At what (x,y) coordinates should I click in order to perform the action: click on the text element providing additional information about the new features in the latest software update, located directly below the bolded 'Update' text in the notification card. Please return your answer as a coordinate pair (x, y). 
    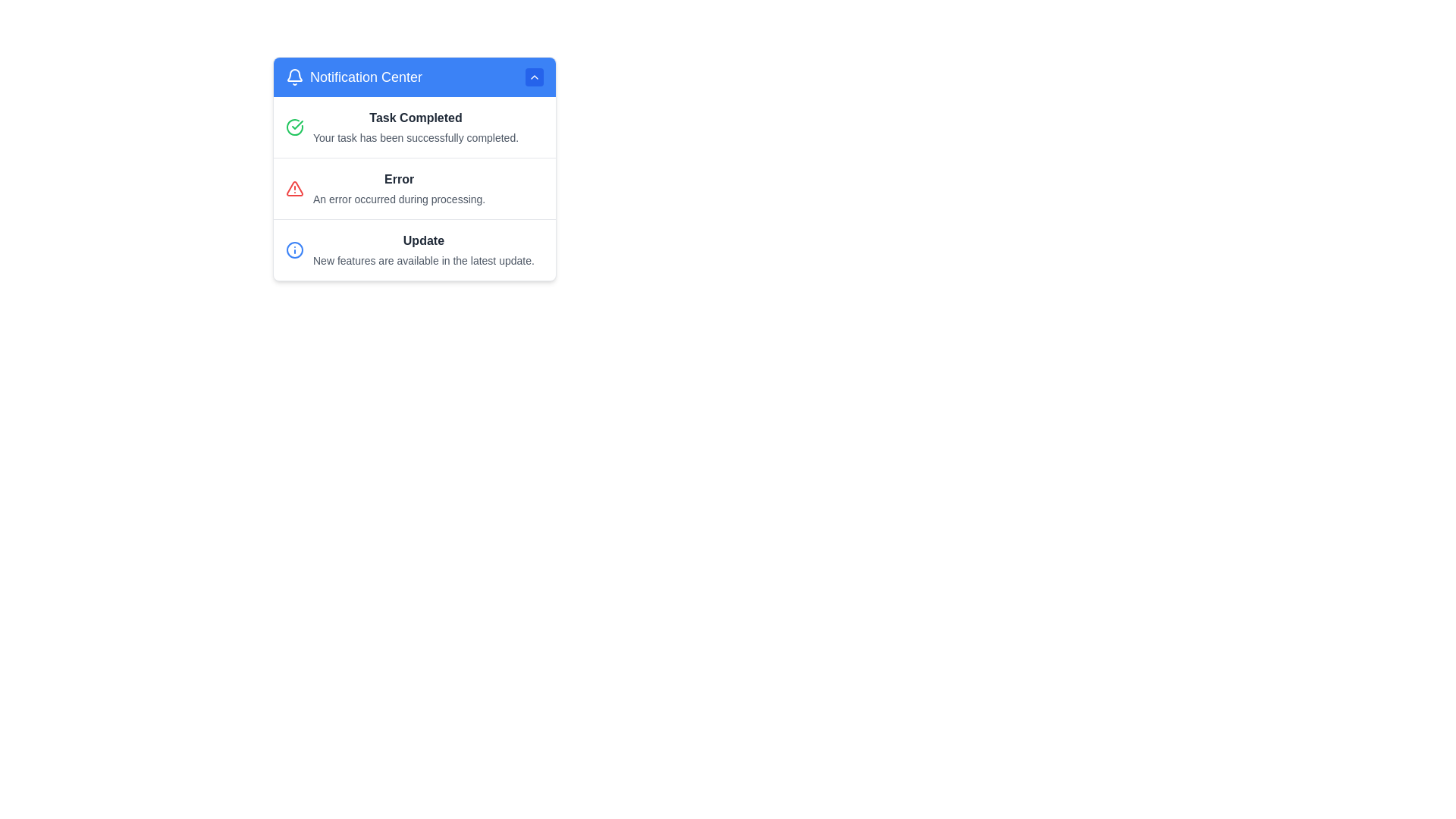
    Looking at the image, I should click on (423, 259).